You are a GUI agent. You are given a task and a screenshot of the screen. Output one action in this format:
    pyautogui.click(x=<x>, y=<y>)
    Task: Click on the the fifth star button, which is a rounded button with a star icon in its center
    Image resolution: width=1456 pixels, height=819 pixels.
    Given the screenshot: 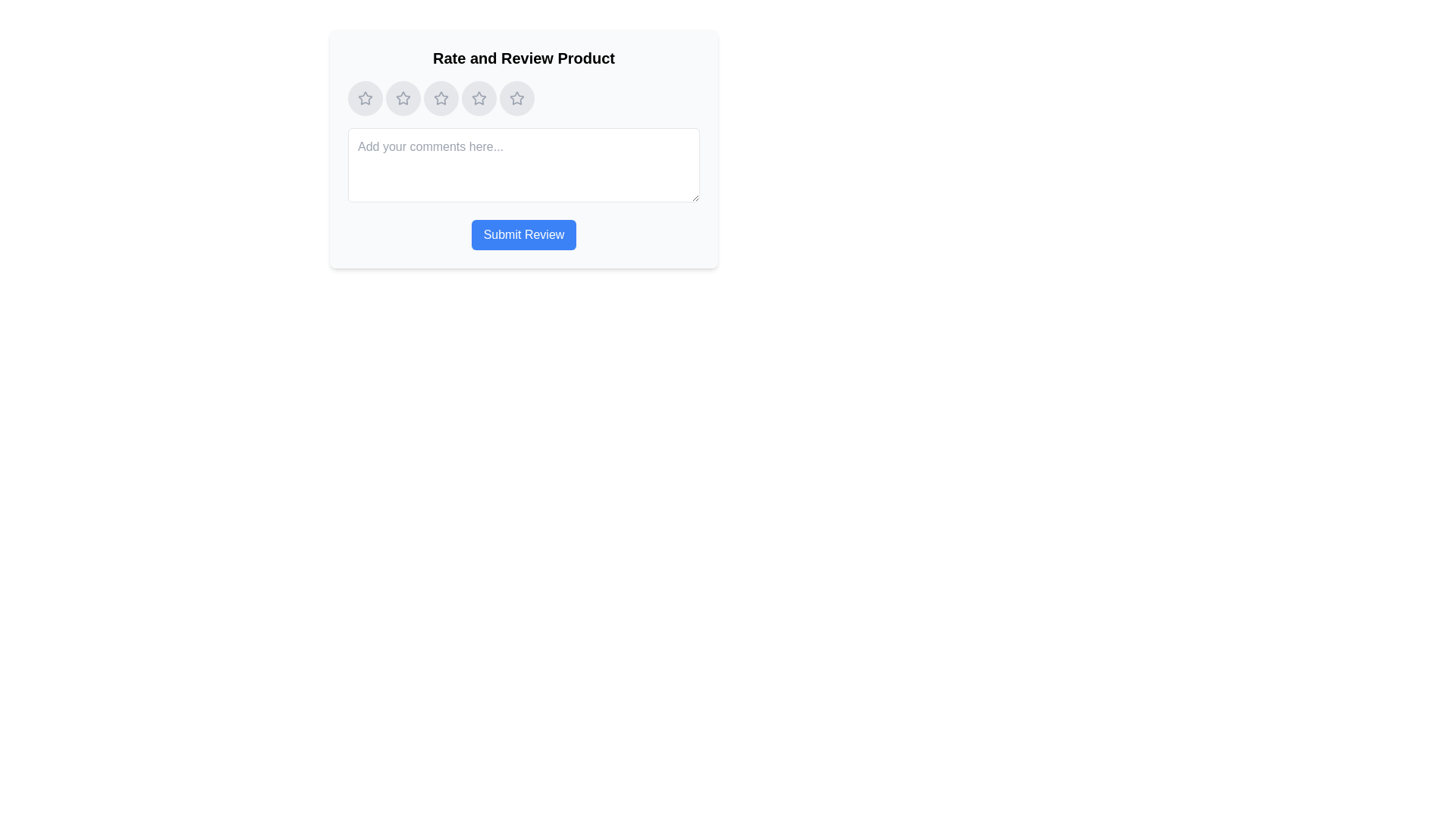 What is the action you would take?
    pyautogui.click(x=516, y=99)
    